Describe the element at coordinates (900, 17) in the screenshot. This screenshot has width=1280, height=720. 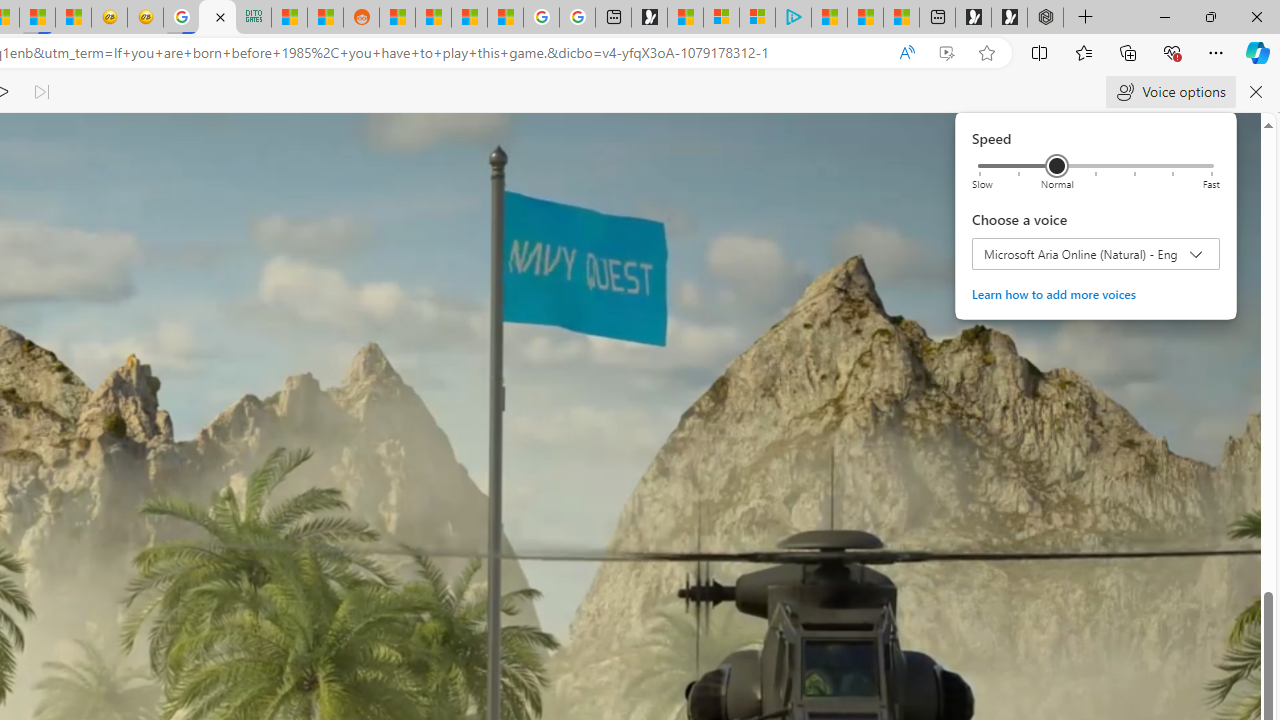
I see `'These 3 Stocks Pay You More Than 5% to Own Them'` at that location.